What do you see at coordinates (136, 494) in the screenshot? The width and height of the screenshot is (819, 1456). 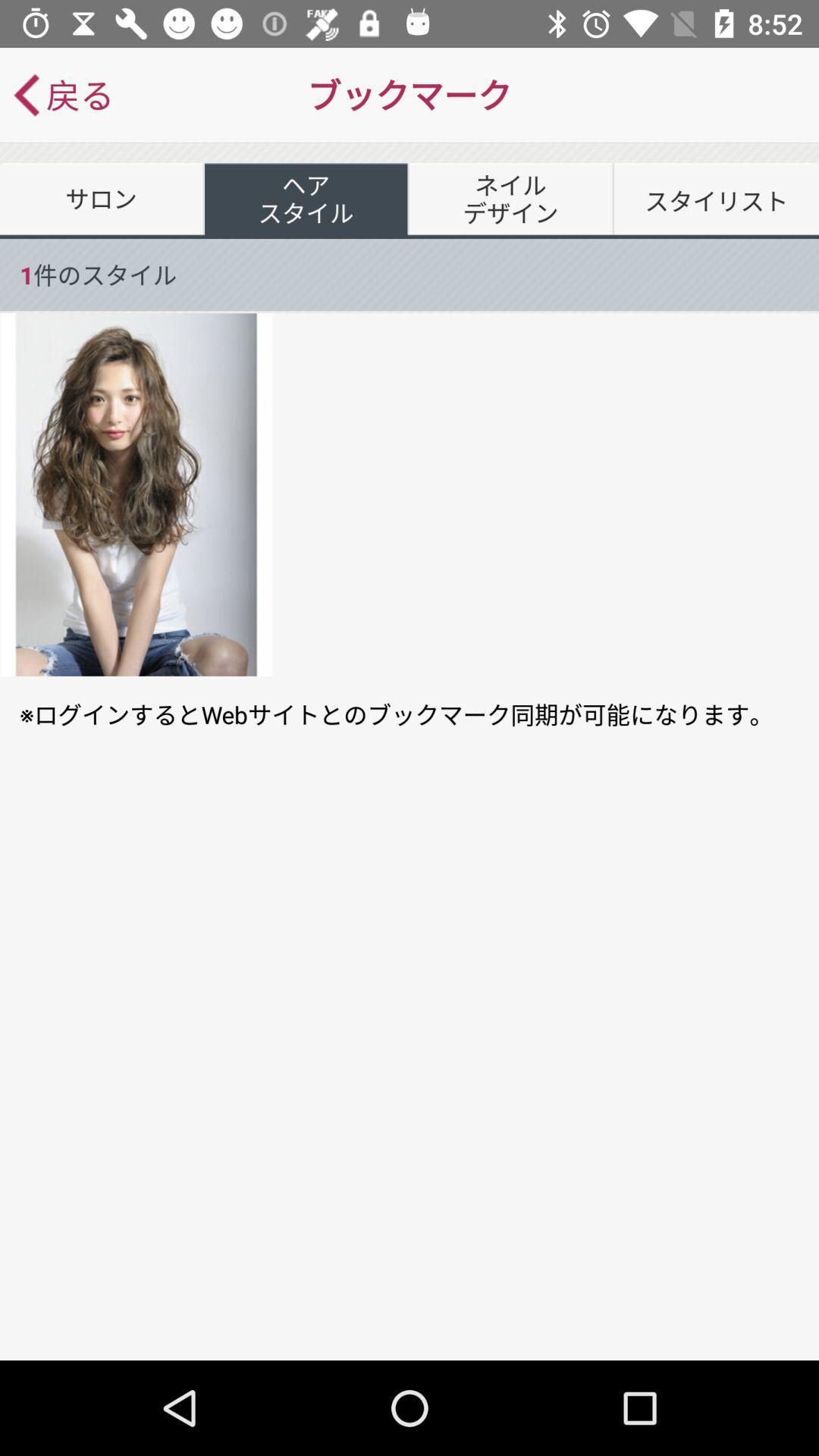 I see `the icon below 1 icon` at bounding box center [136, 494].